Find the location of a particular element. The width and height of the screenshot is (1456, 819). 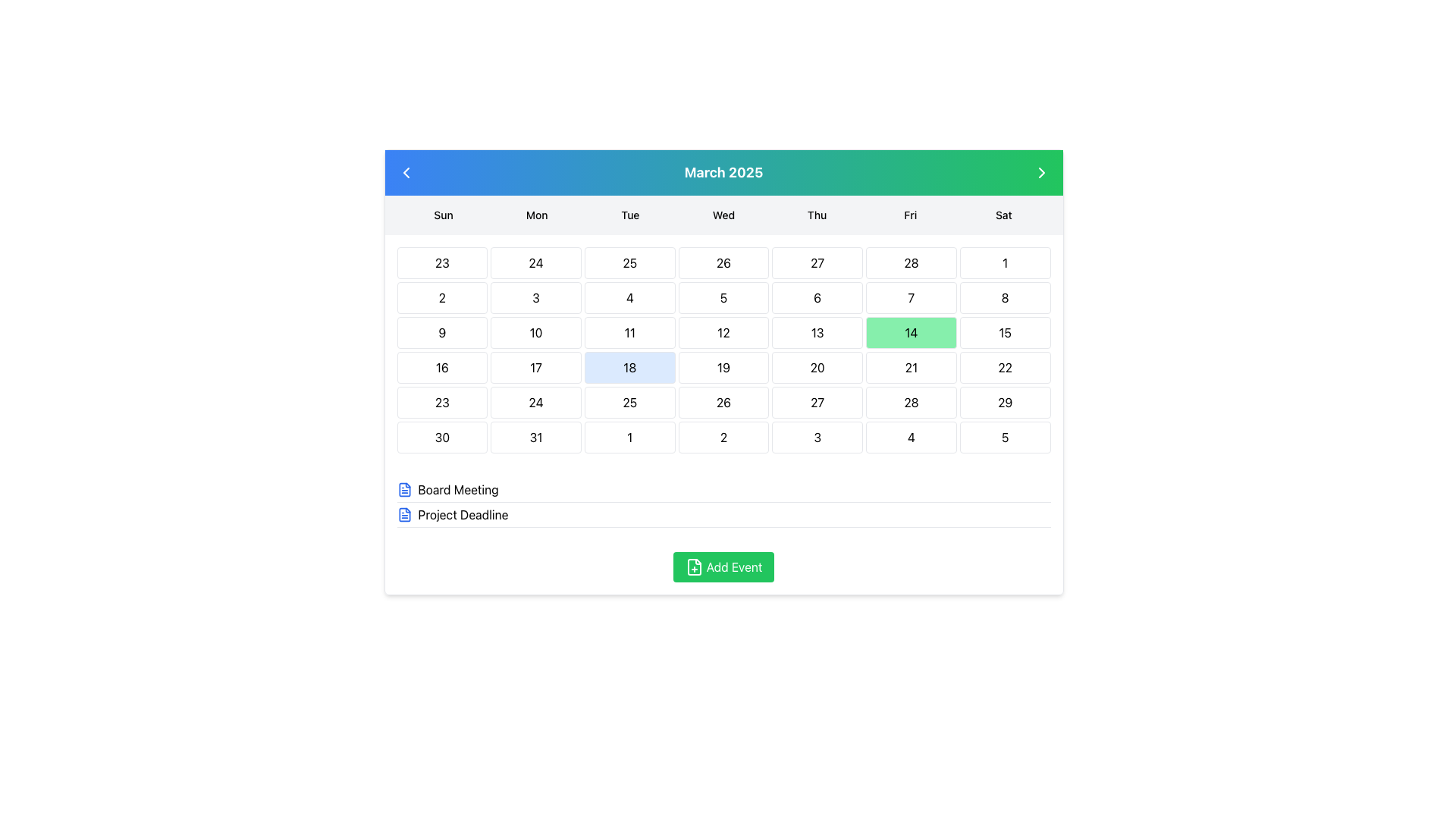

a specific day in the calendar month view is located at coordinates (723, 350).